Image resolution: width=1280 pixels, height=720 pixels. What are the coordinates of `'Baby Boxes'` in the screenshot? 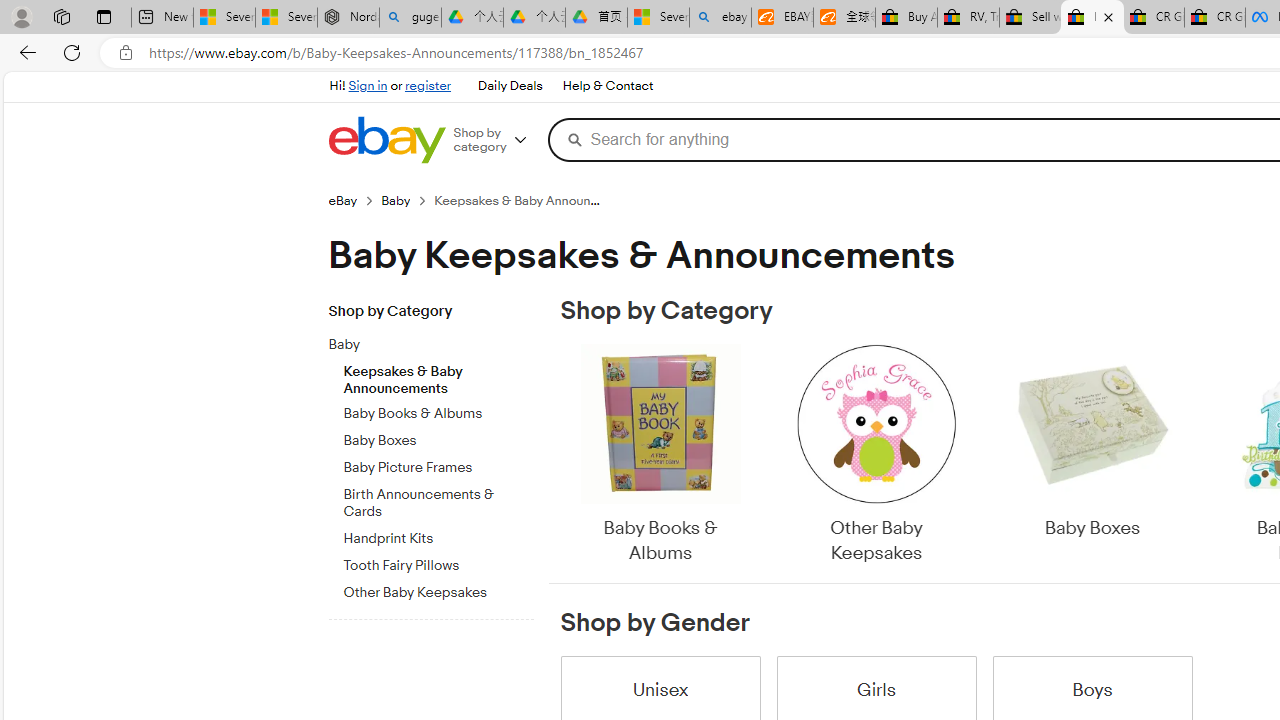 It's located at (1091, 455).